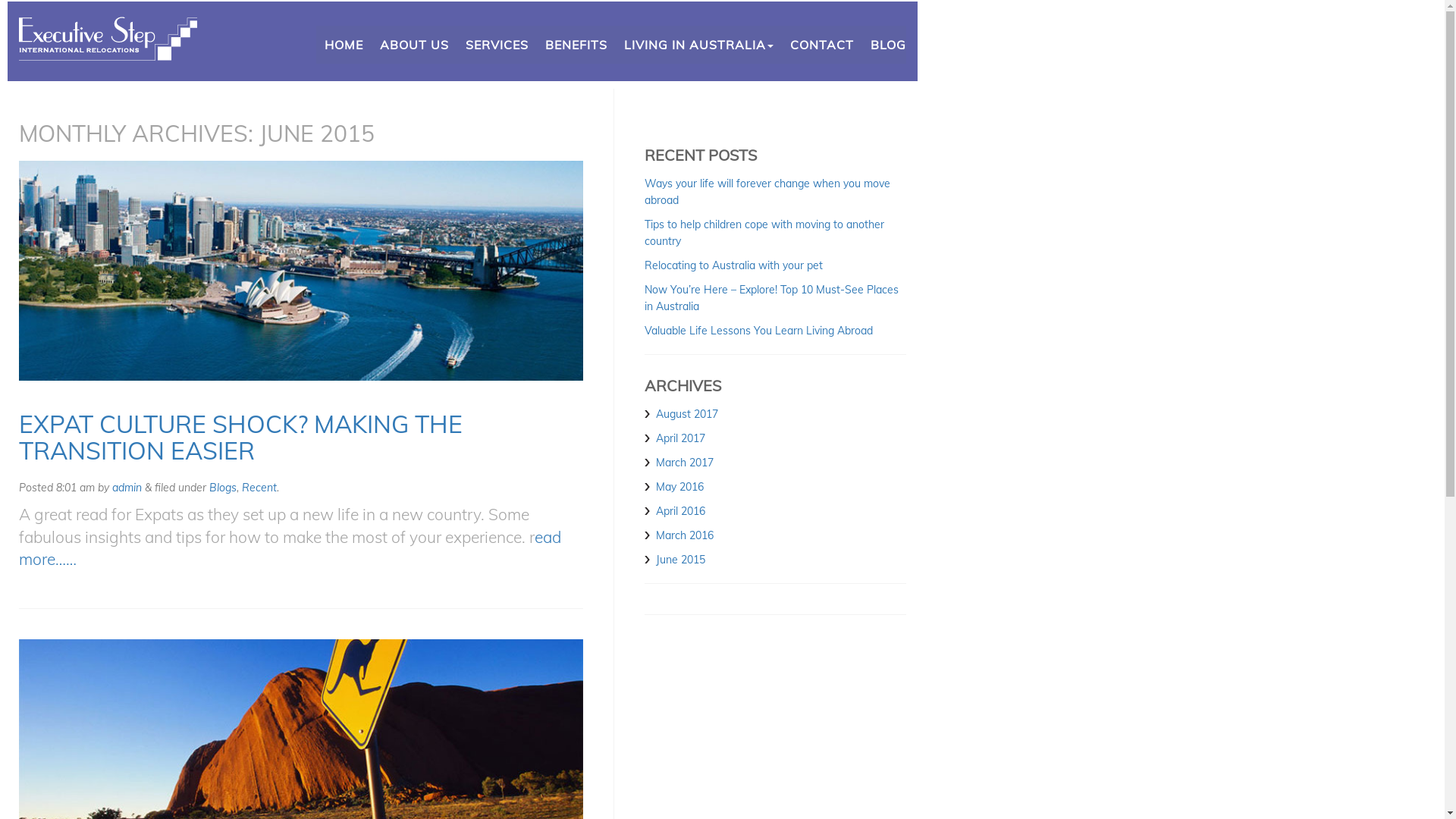 The height and width of the screenshot is (819, 1456). I want to click on 'Relocating to Australia with your pet', so click(733, 265).